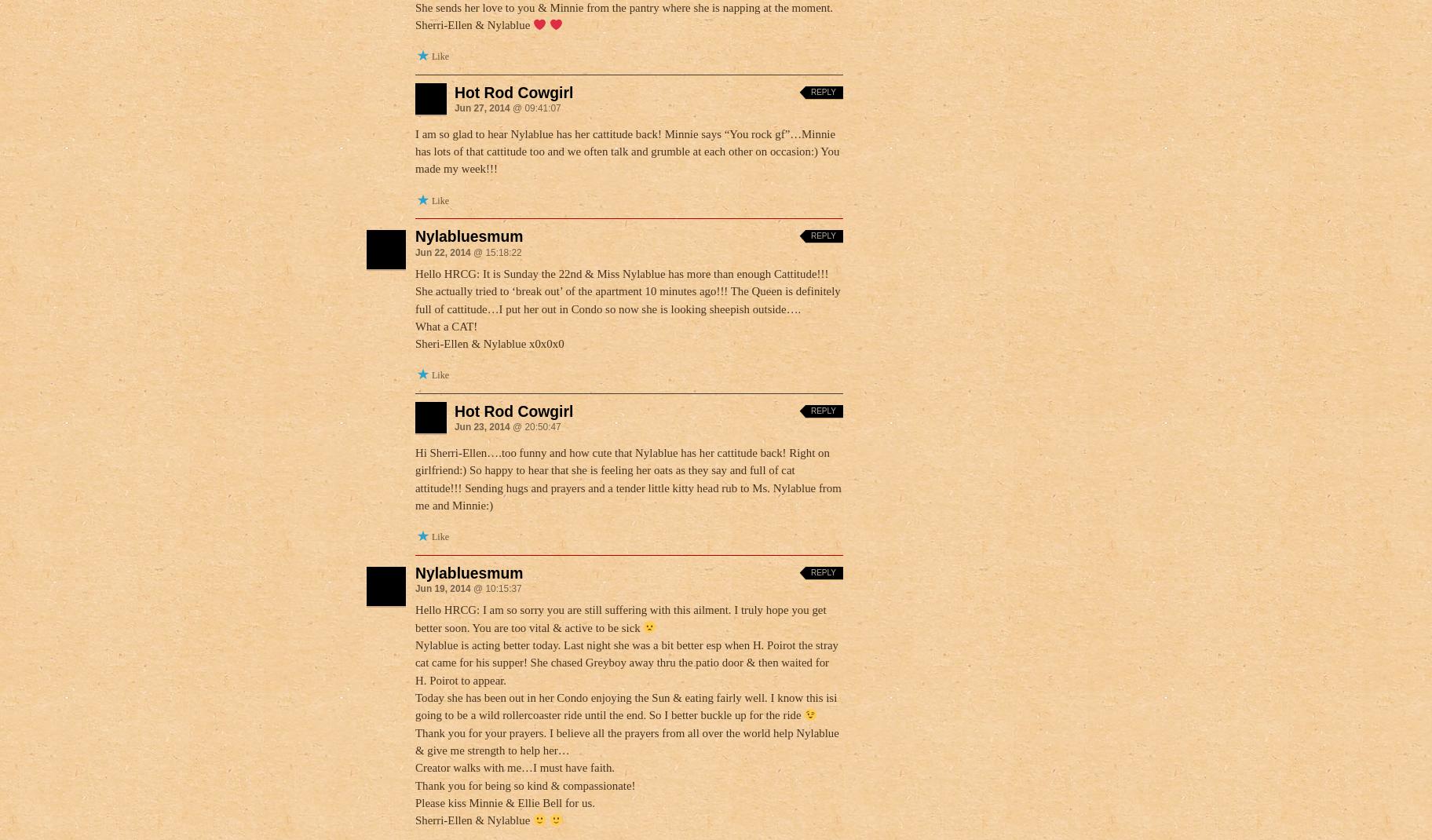  What do you see at coordinates (503, 802) in the screenshot?
I see `'Please kiss Minnie & Ellie Bell for us.'` at bounding box center [503, 802].